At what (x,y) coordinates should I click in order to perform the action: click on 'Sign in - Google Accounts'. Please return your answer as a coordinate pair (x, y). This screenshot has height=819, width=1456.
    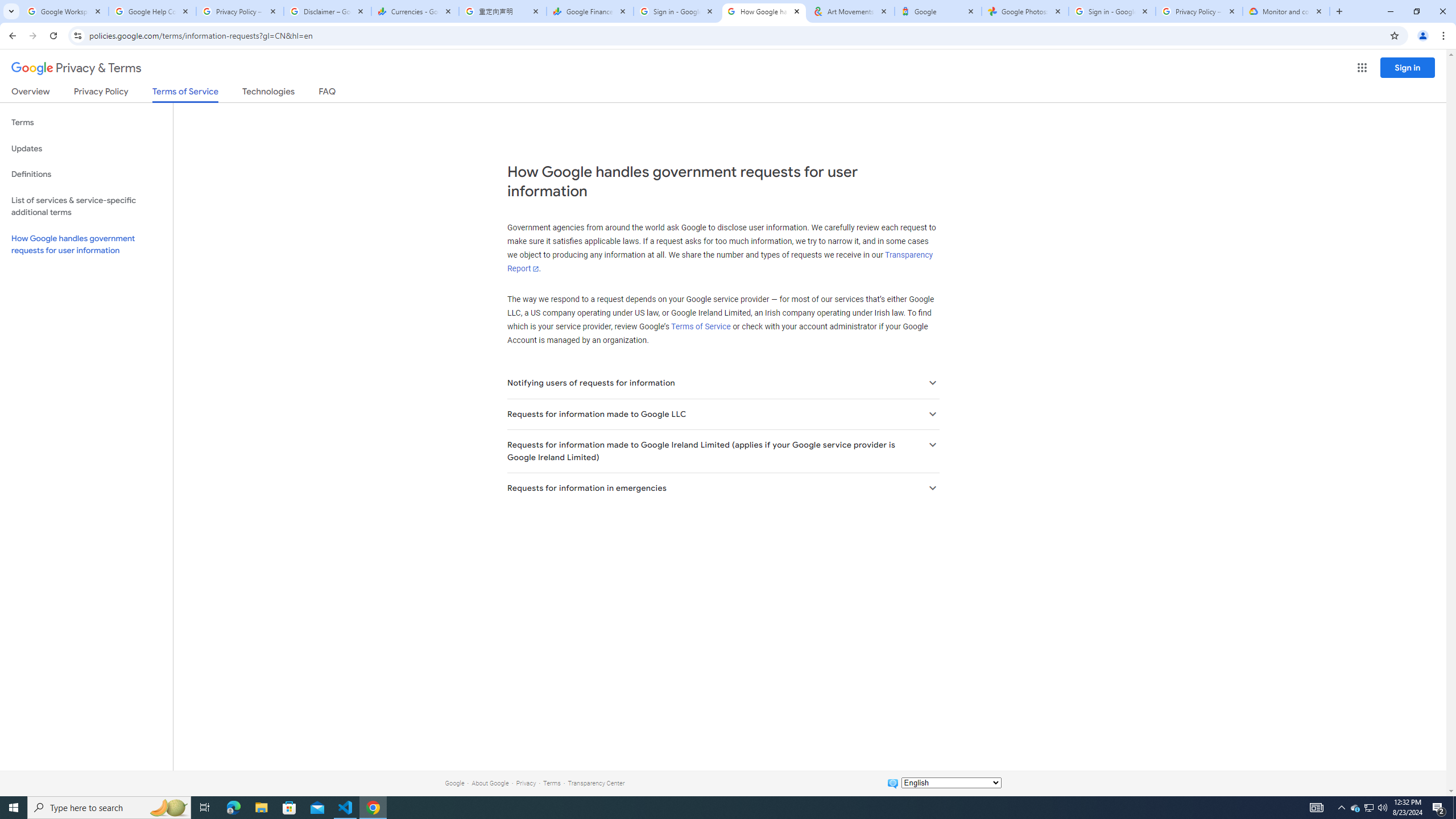
    Looking at the image, I should click on (1111, 11).